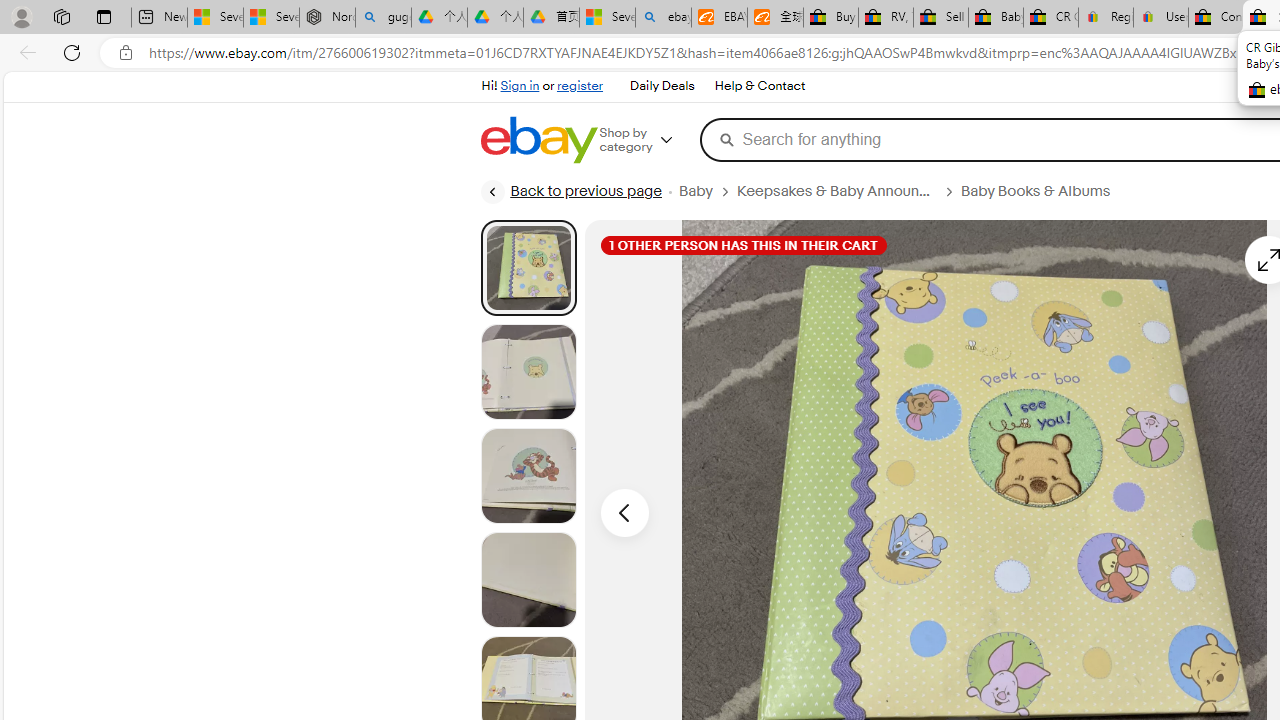  Describe the element at coordinates (21, 16) in the screenshot. I see `'Personal Profile'` at that location.